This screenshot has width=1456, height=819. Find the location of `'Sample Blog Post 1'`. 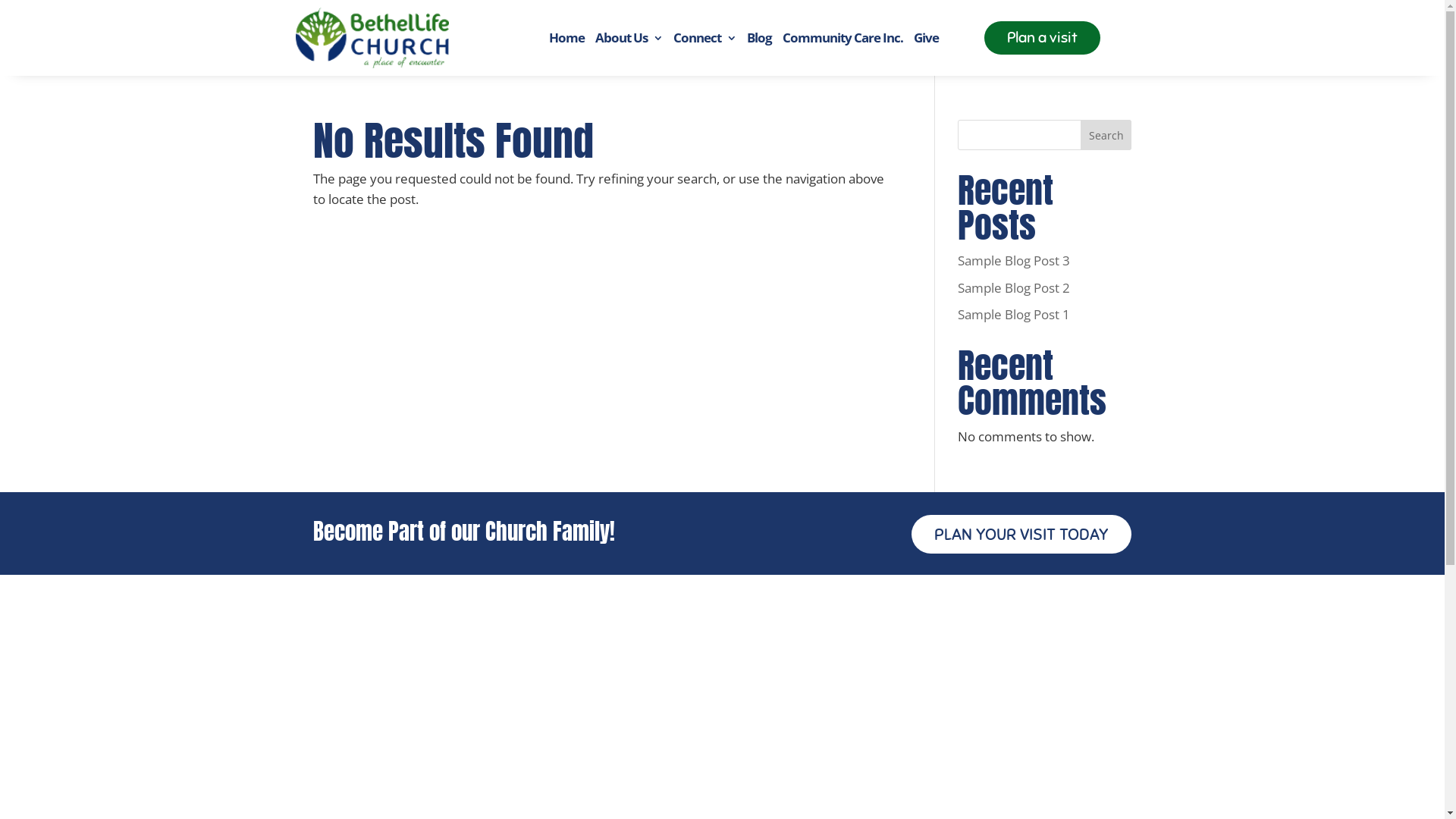

'Sample Blog Post 1' is located at coordinates (1014, 313).